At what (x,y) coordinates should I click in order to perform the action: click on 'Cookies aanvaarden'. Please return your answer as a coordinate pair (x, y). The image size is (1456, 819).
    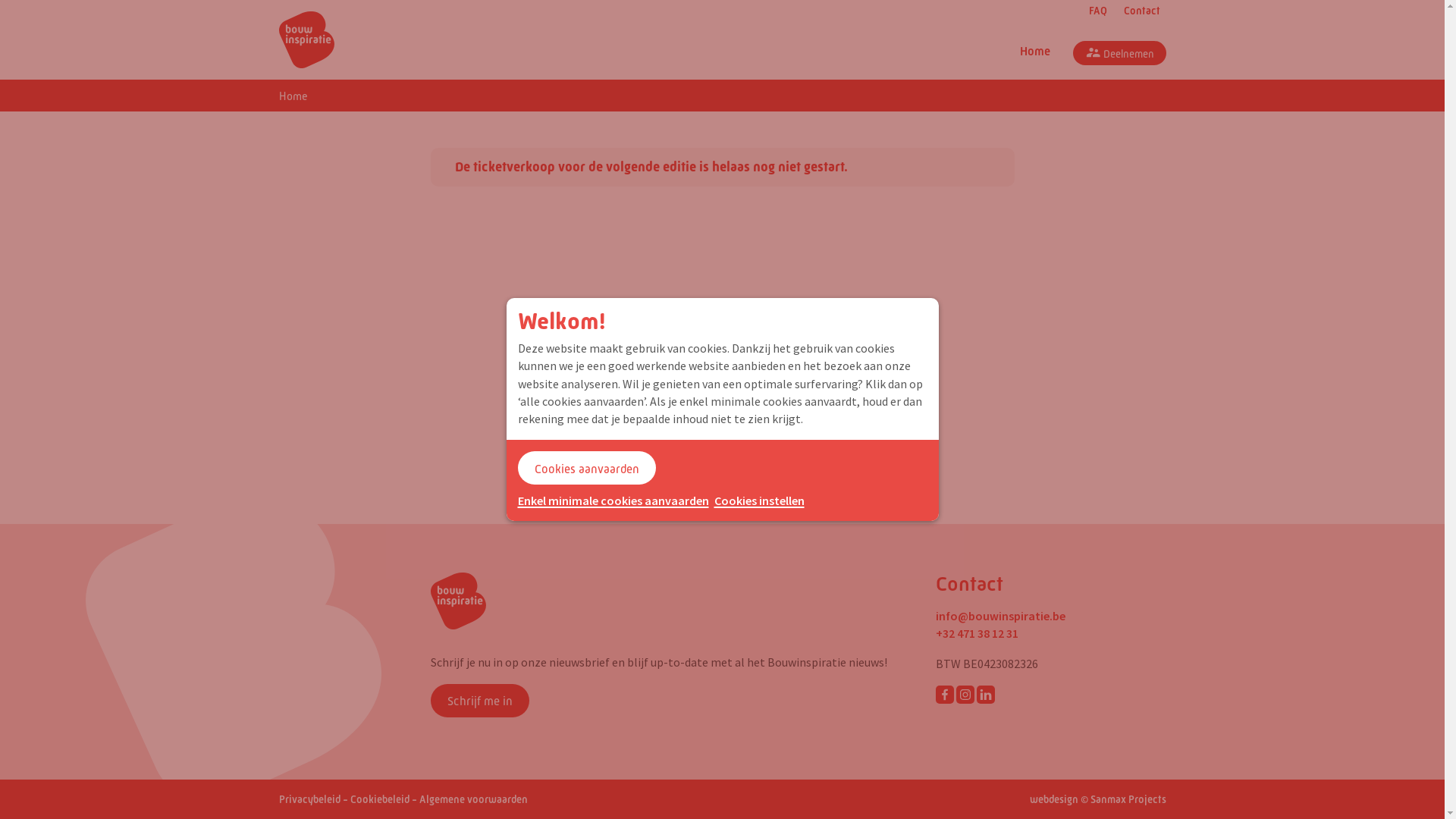
    Looking at the image, I should click on (585, 467).